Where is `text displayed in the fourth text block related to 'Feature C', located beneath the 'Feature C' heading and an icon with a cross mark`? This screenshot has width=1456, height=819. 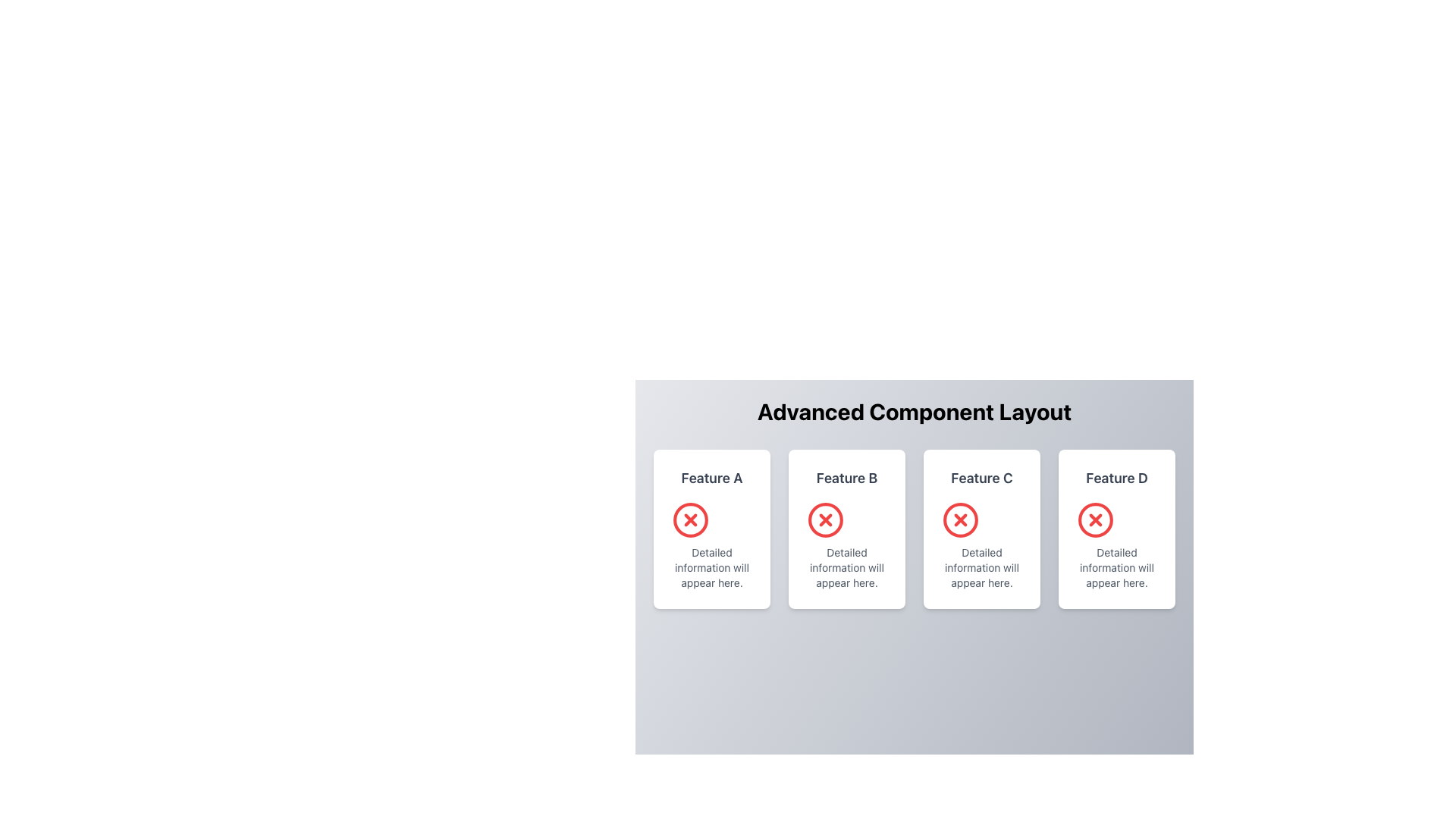
text displayed in the fourth text block related to 'Feature C', located beneath the 'Feature C' heading and an icon with a cross mark is located at coordinates (982, 567).